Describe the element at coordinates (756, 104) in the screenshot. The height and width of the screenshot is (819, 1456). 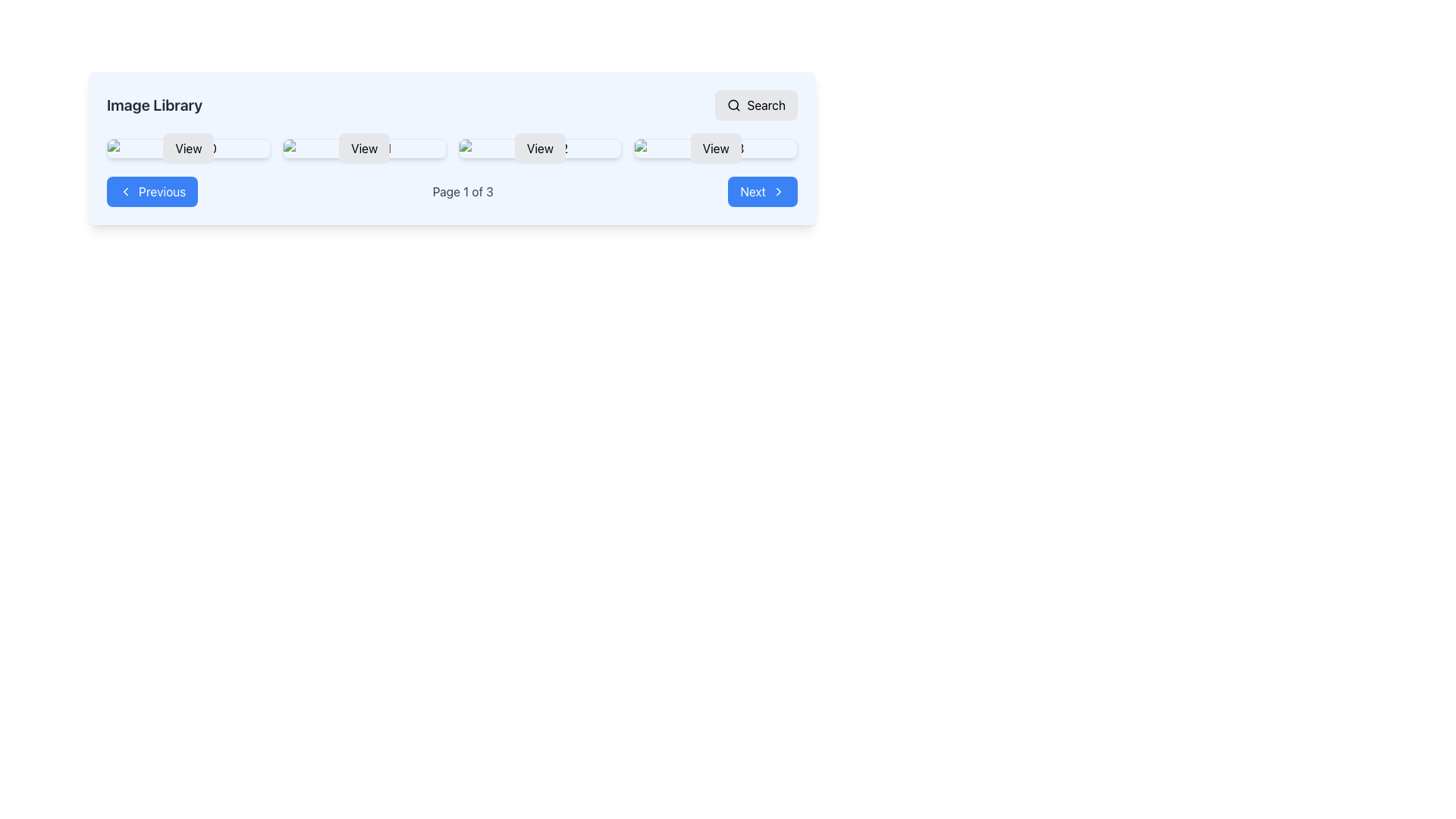
I see `the gray rounded rectangle button with a magnifying glass icon and the text 'Search' located in the top right corner of the 'Image Library' section to initiate search` at that location.